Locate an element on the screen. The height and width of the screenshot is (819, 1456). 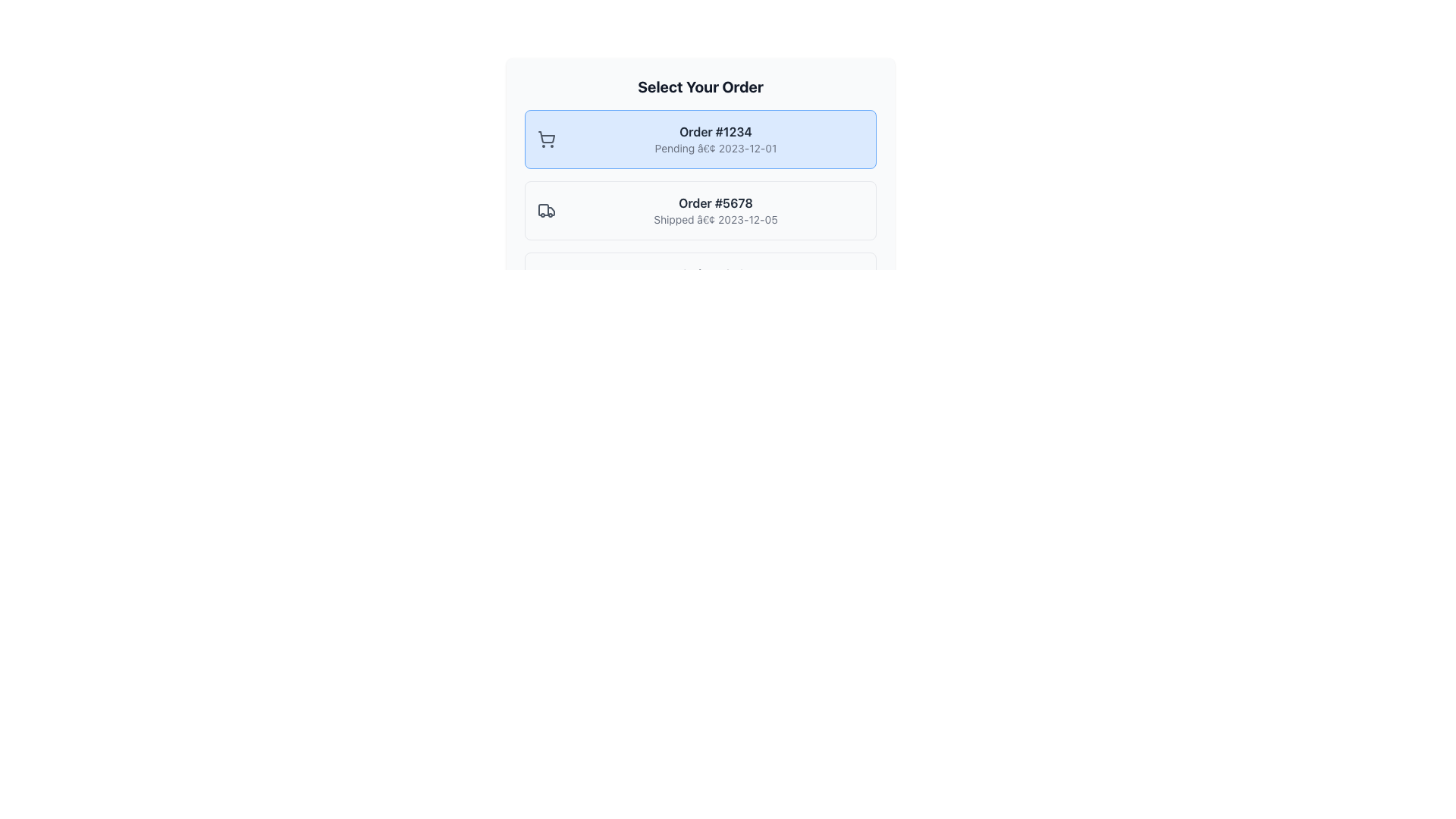
the text element displaying 'Pending • 2023-12-01', which is styled as supplementary information beneath the title 'Order #1234' is located at coordinates (715, 149).